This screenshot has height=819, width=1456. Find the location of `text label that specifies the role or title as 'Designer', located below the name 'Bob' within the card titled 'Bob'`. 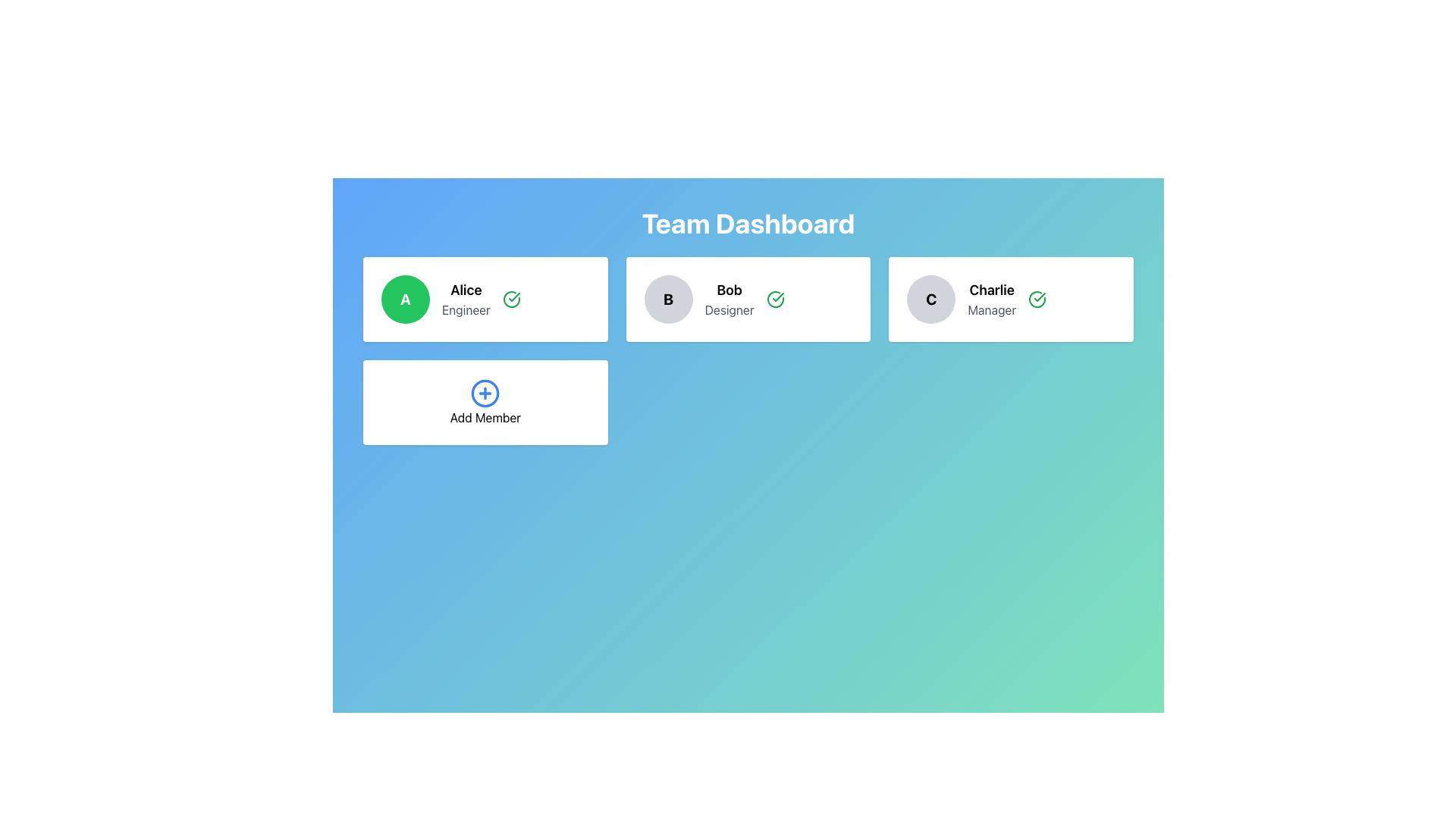

text label that specifies the role or title as 'Designer', located below the name 'Bob' within the card titled 'Bob' is located at coordinates (730, 309).